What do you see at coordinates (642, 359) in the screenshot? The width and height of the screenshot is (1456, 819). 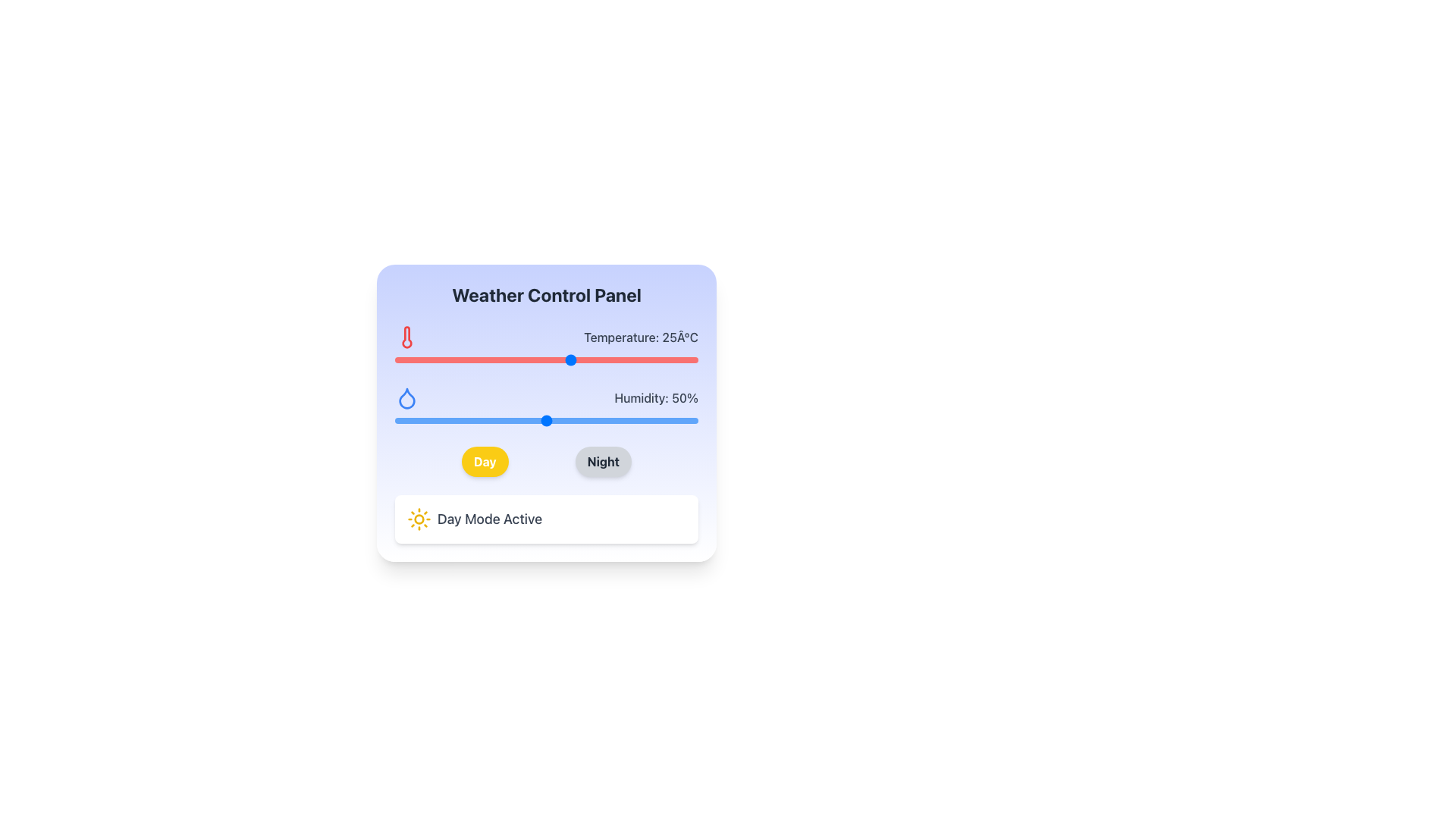 I see `the temperature` at bounding box center [642, 359].